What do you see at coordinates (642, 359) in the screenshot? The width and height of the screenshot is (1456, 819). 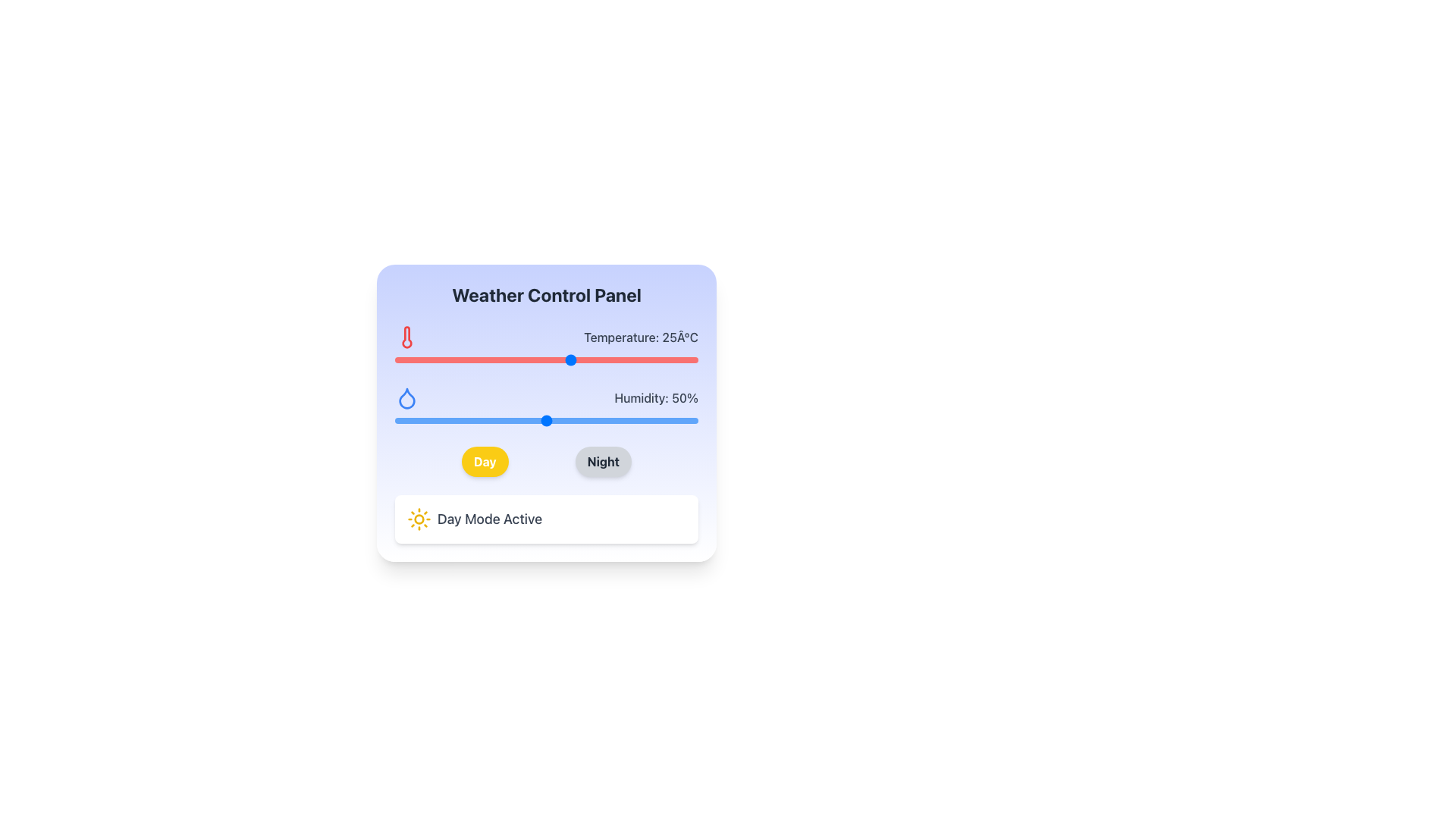 I see `the temperature` at bounding box center [642, 359].